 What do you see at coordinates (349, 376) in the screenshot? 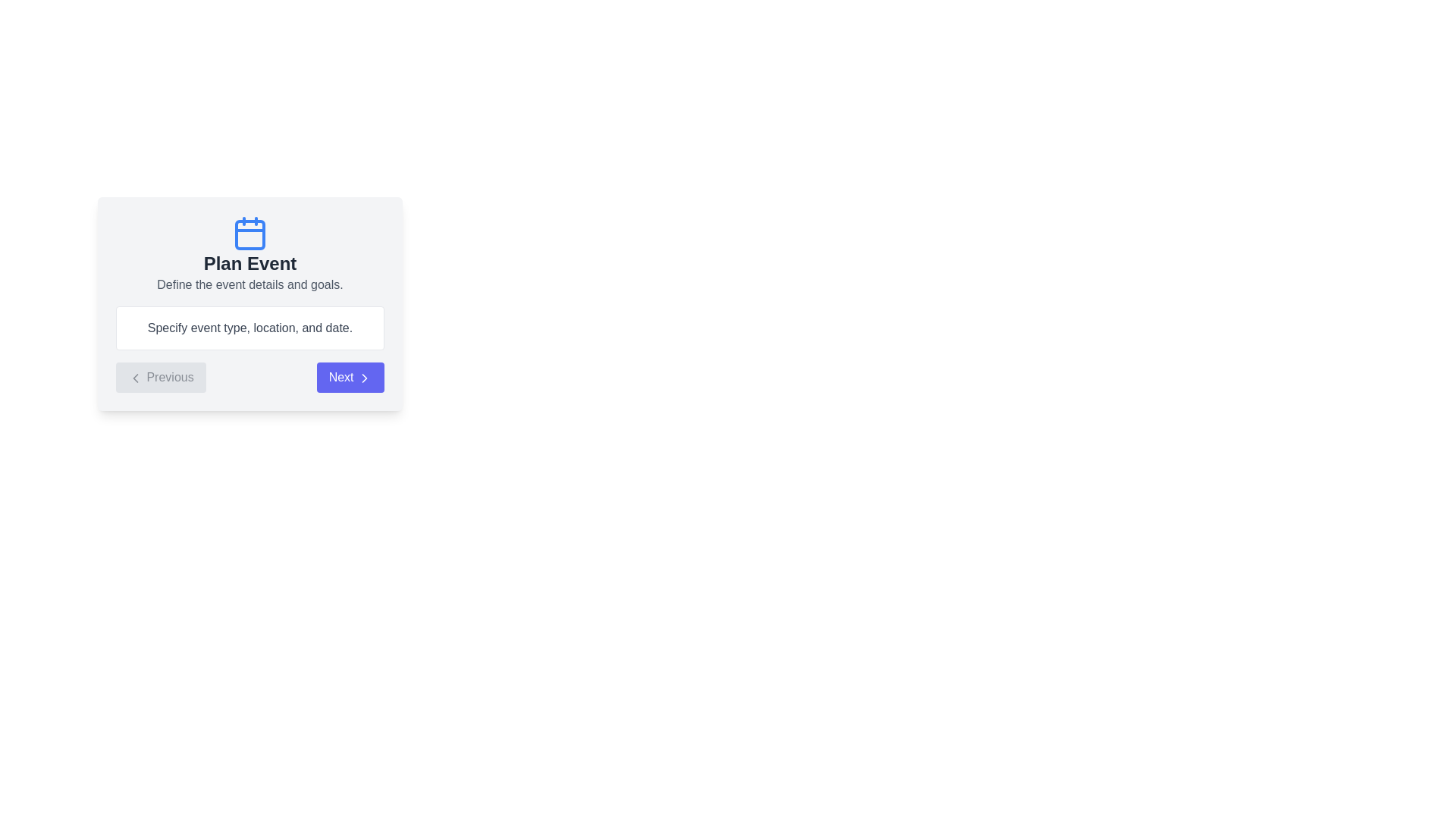
I see `the 'Next' button to navigate to the next step` at bounding box center [349, 376].